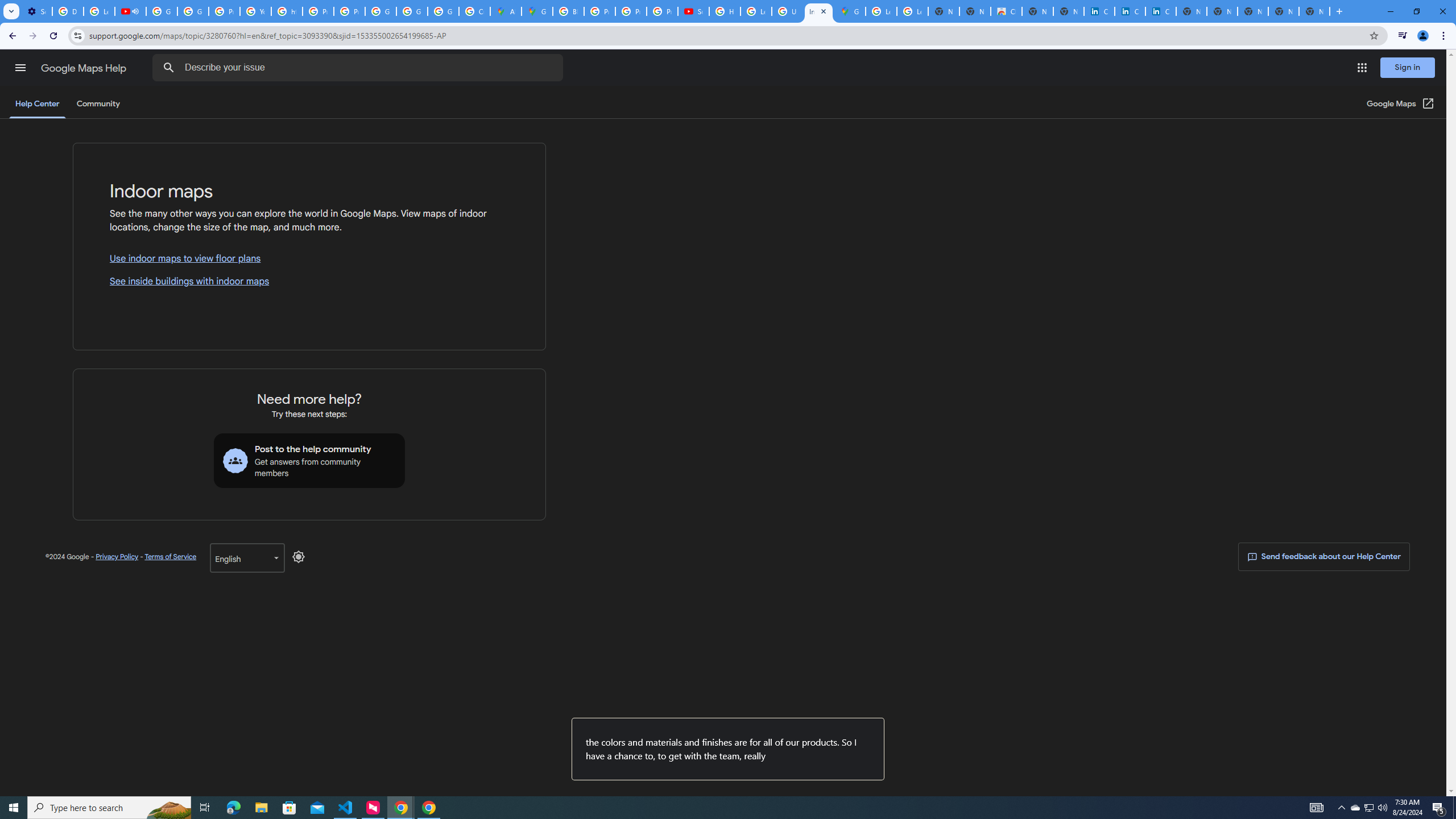  I want to click on 'Cookie Policy | LinkedIn', so click(1099, 11).